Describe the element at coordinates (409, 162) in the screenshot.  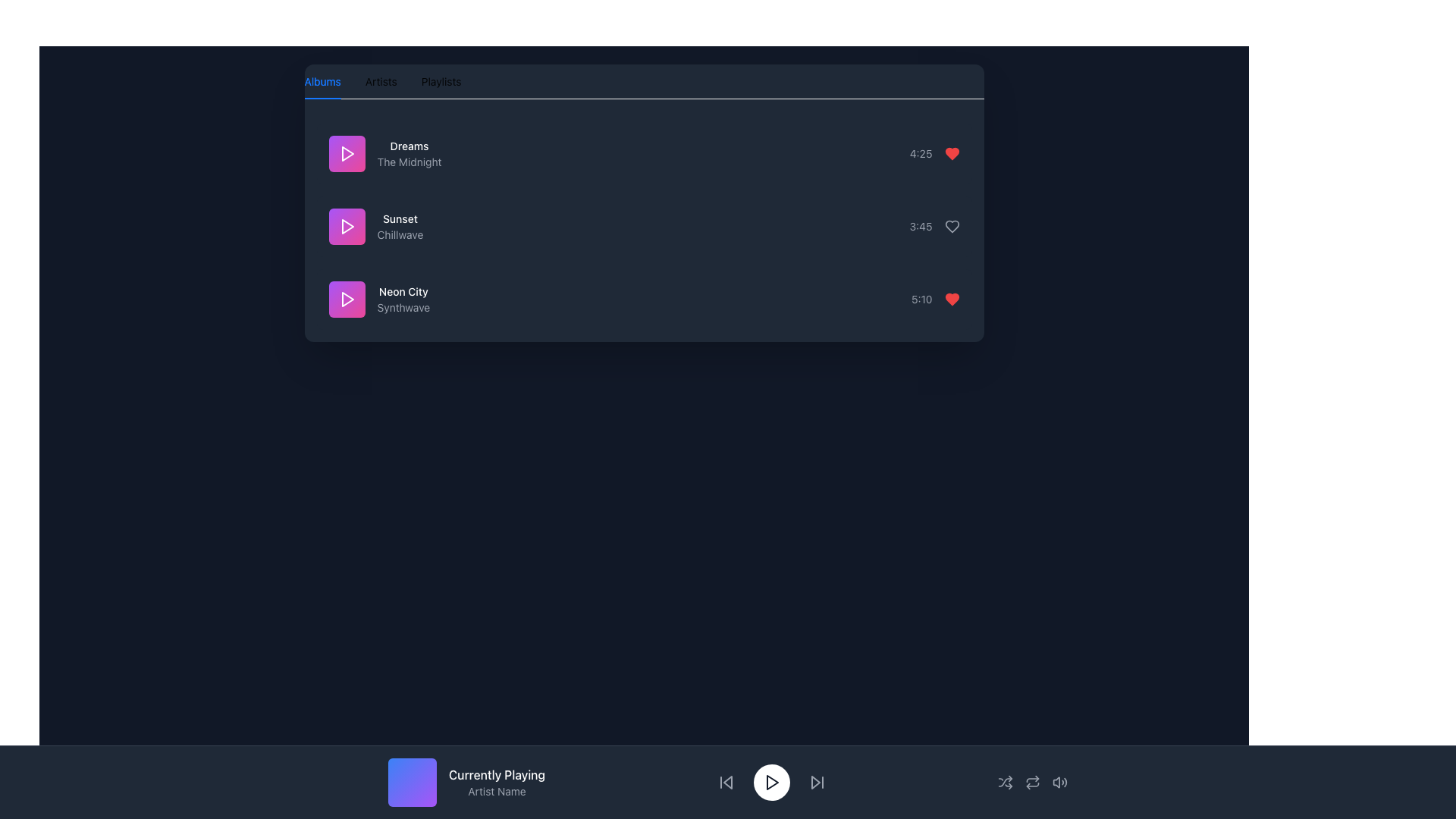
I see `the text label displaying 'The Midnight' in light gray color, located directly under the 'Dreams' text in the first row of the list under the 'Albums' tab` at that location.